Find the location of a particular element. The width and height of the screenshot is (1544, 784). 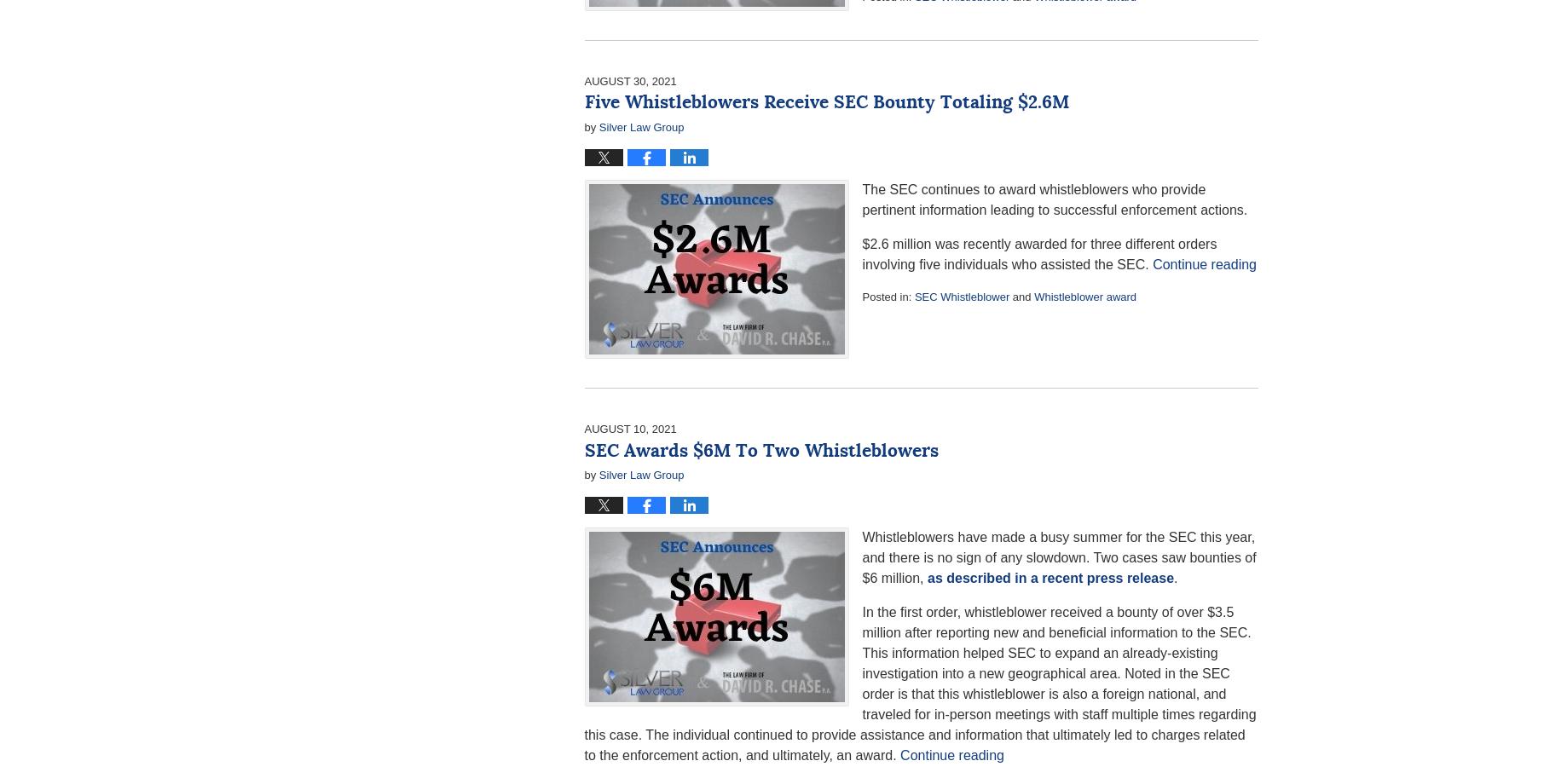

'as described in a recent press release' is located at coordinates (1050, 577).